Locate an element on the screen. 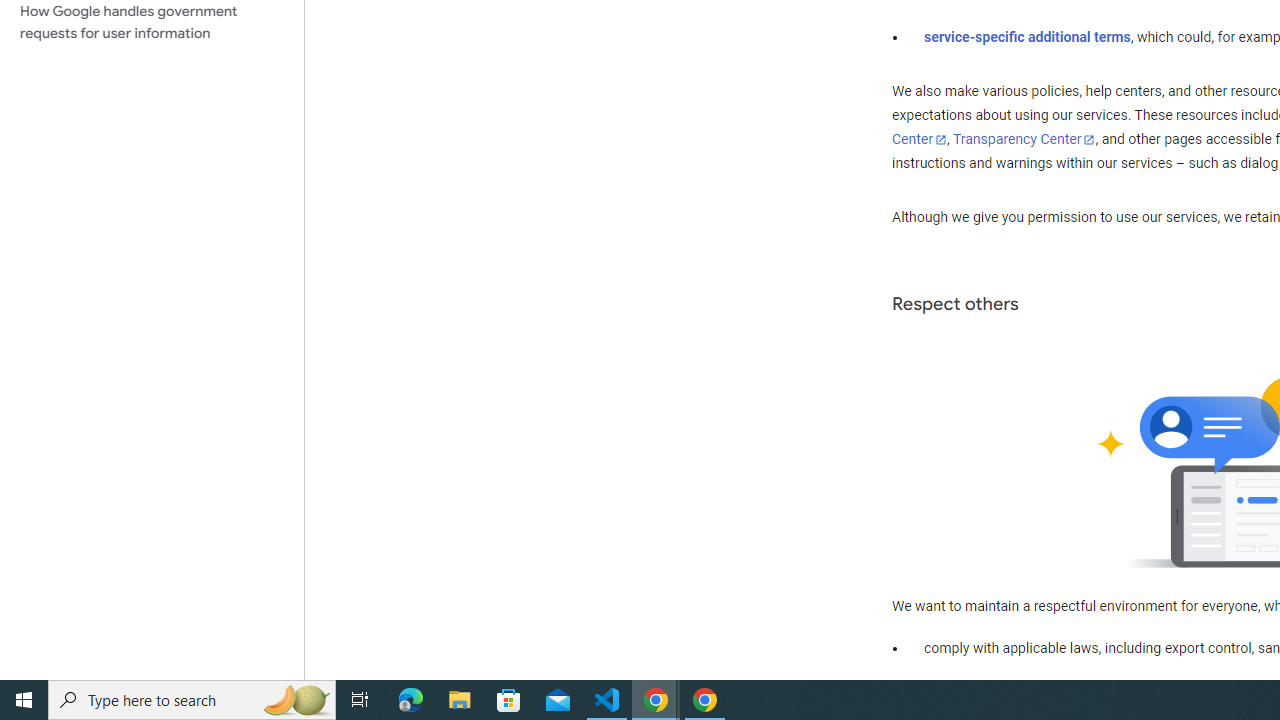 This screenshot has width=1280, height=720. 'service-specific additional terms' is located at coordinates (1027, 37).